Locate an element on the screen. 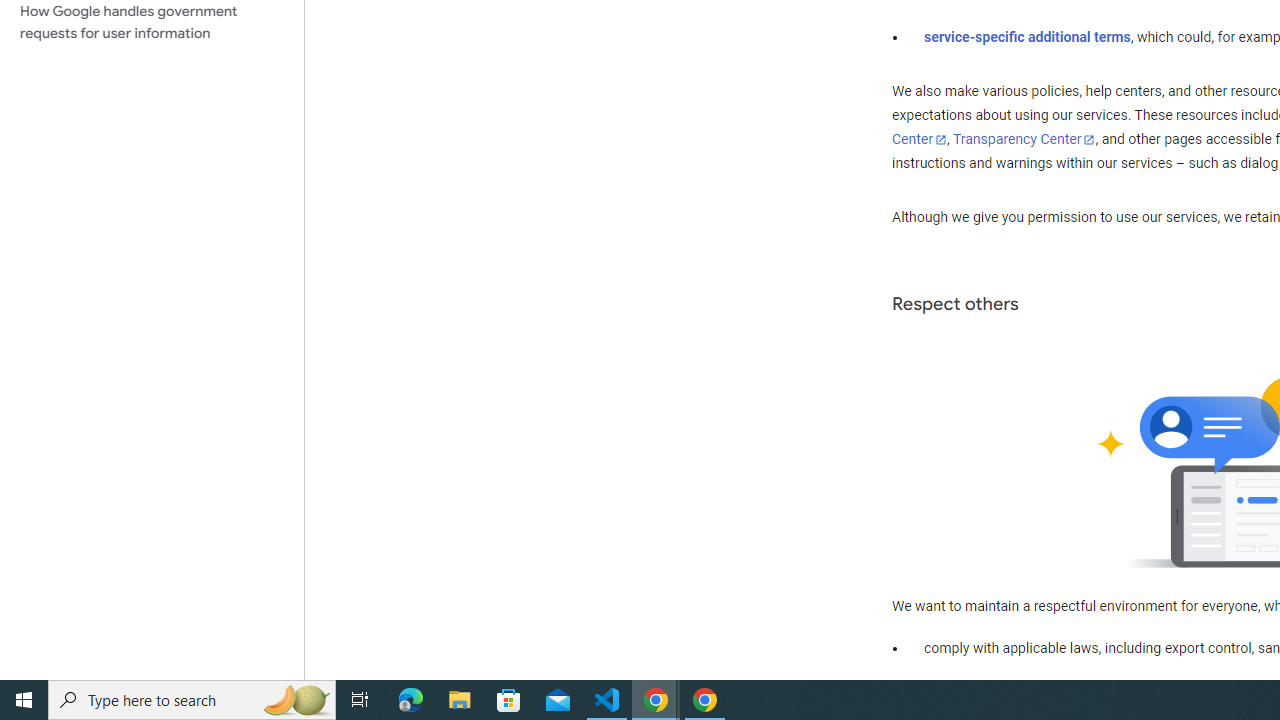 This screenshot has width=1280, height=720. 'service-specific additional terms' is located at coordinates (1027, 37).